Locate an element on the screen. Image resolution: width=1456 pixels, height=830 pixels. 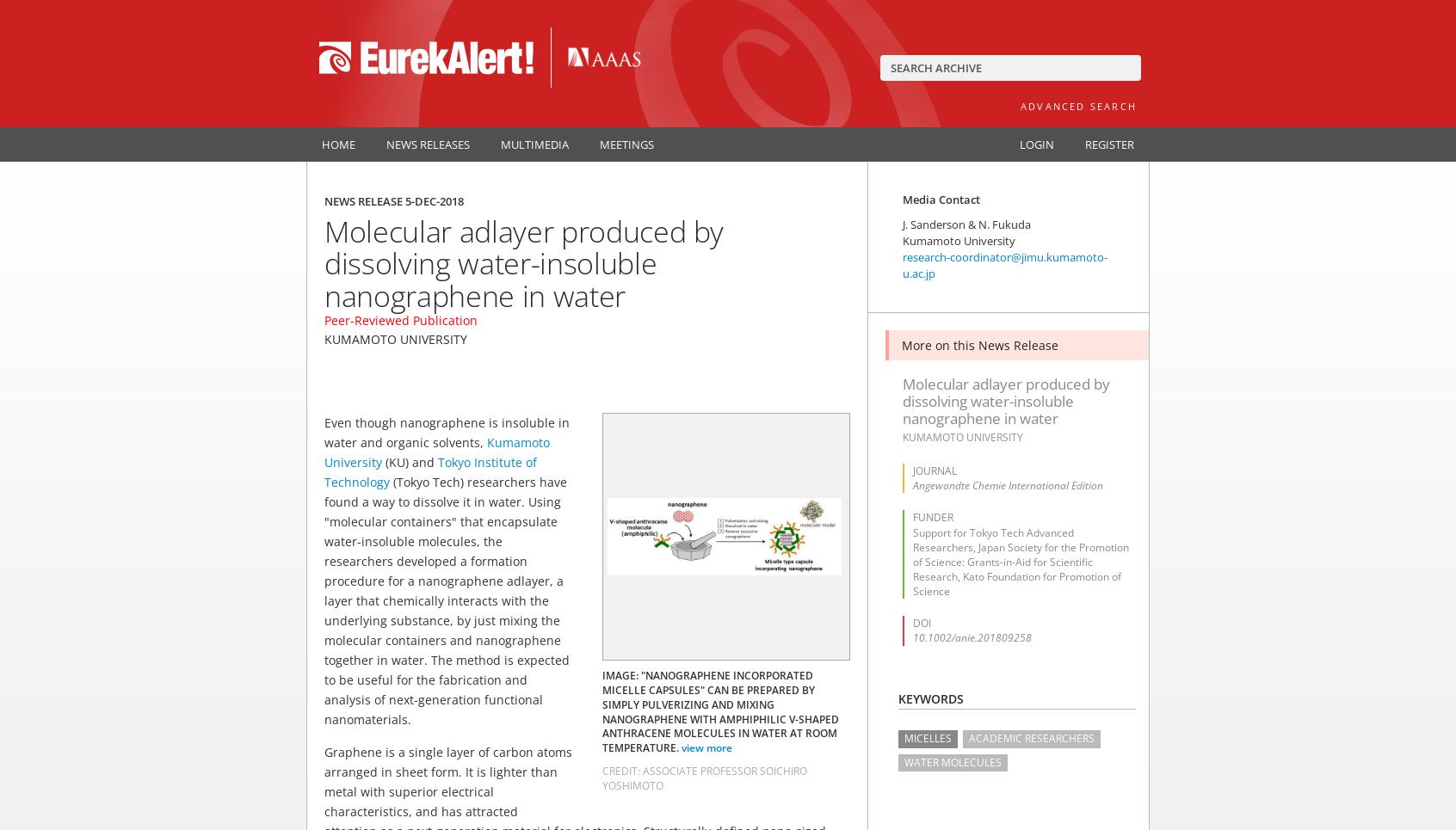
'J. Sanderson & N. Fukuda' is located at coordinates (902, 224).